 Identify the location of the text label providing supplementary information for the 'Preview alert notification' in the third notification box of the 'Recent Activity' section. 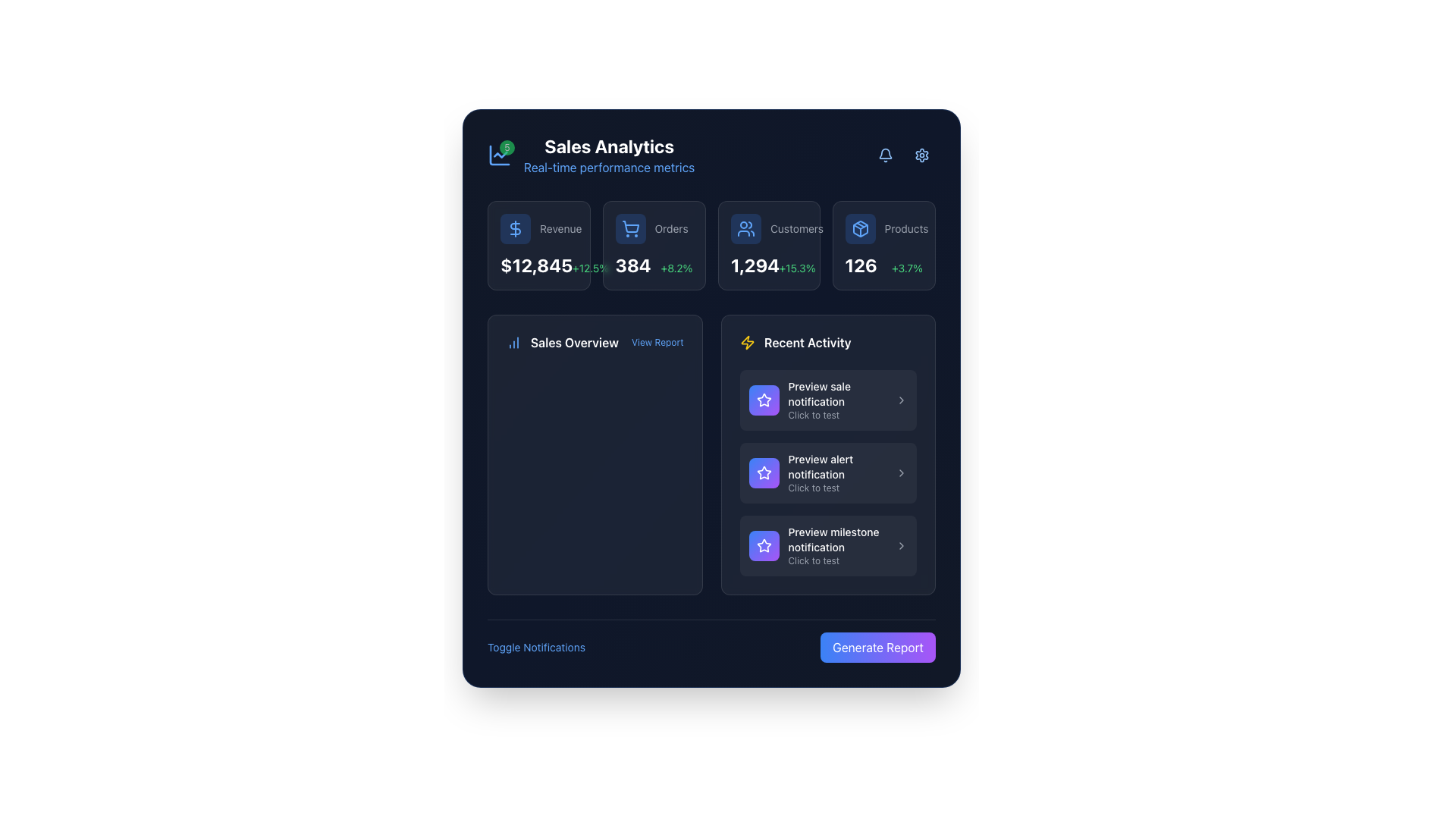
(836, 488).